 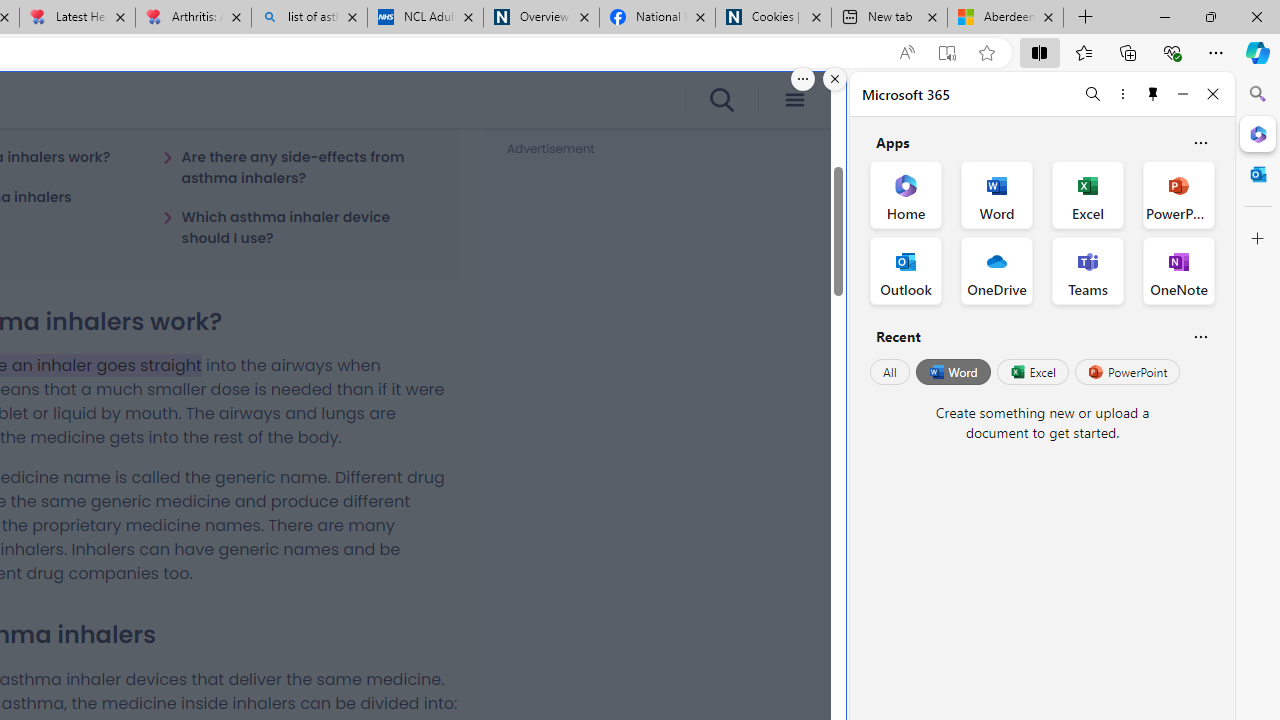 What do you see at coordinates (905, 271) in the screenshot?
I see `'Outlook Office App'` at bounding box center [905, 271].